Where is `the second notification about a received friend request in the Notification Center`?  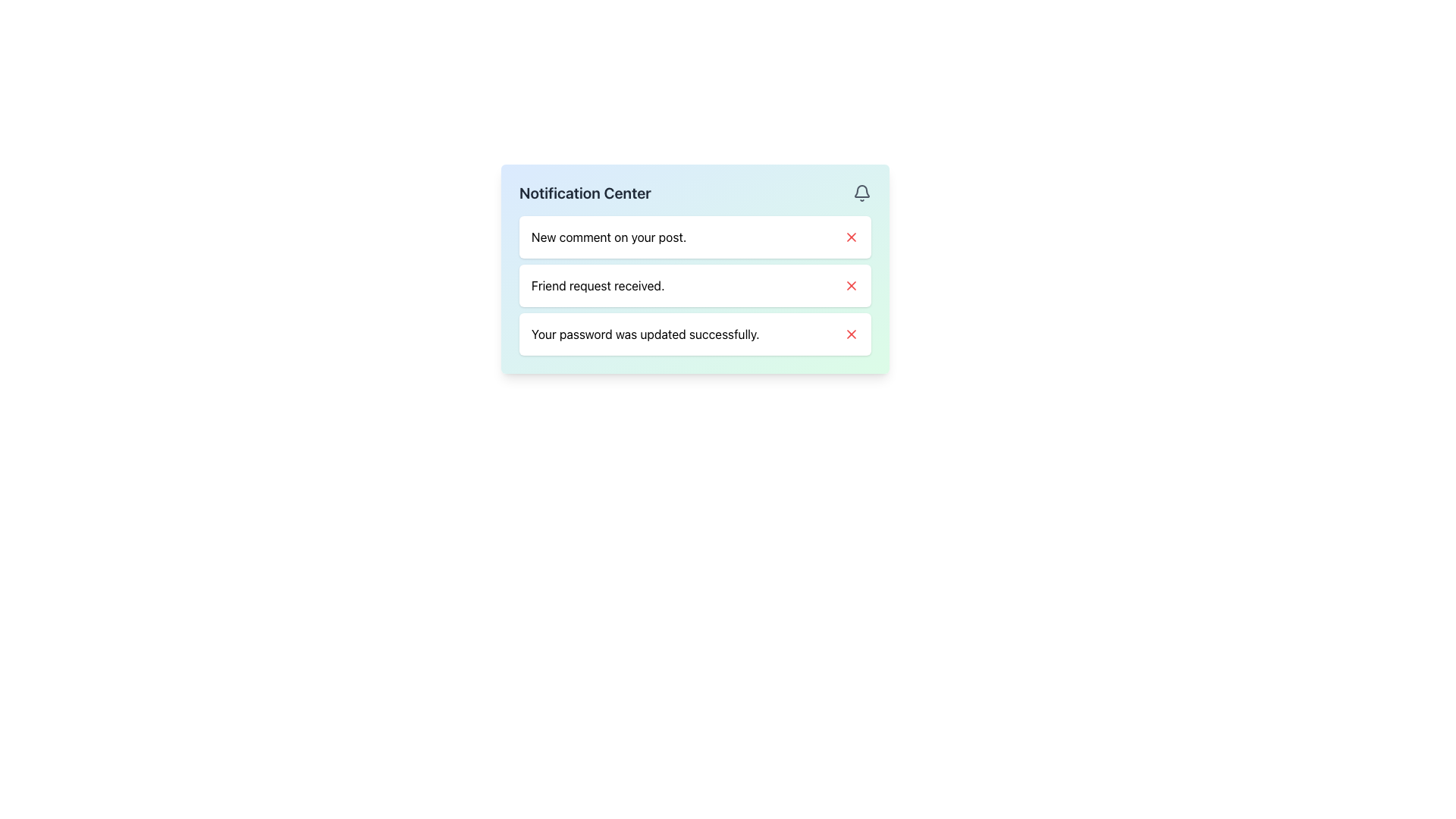
the second notification about a received friend request in the Notification Center is located at coordinates (694, 268).